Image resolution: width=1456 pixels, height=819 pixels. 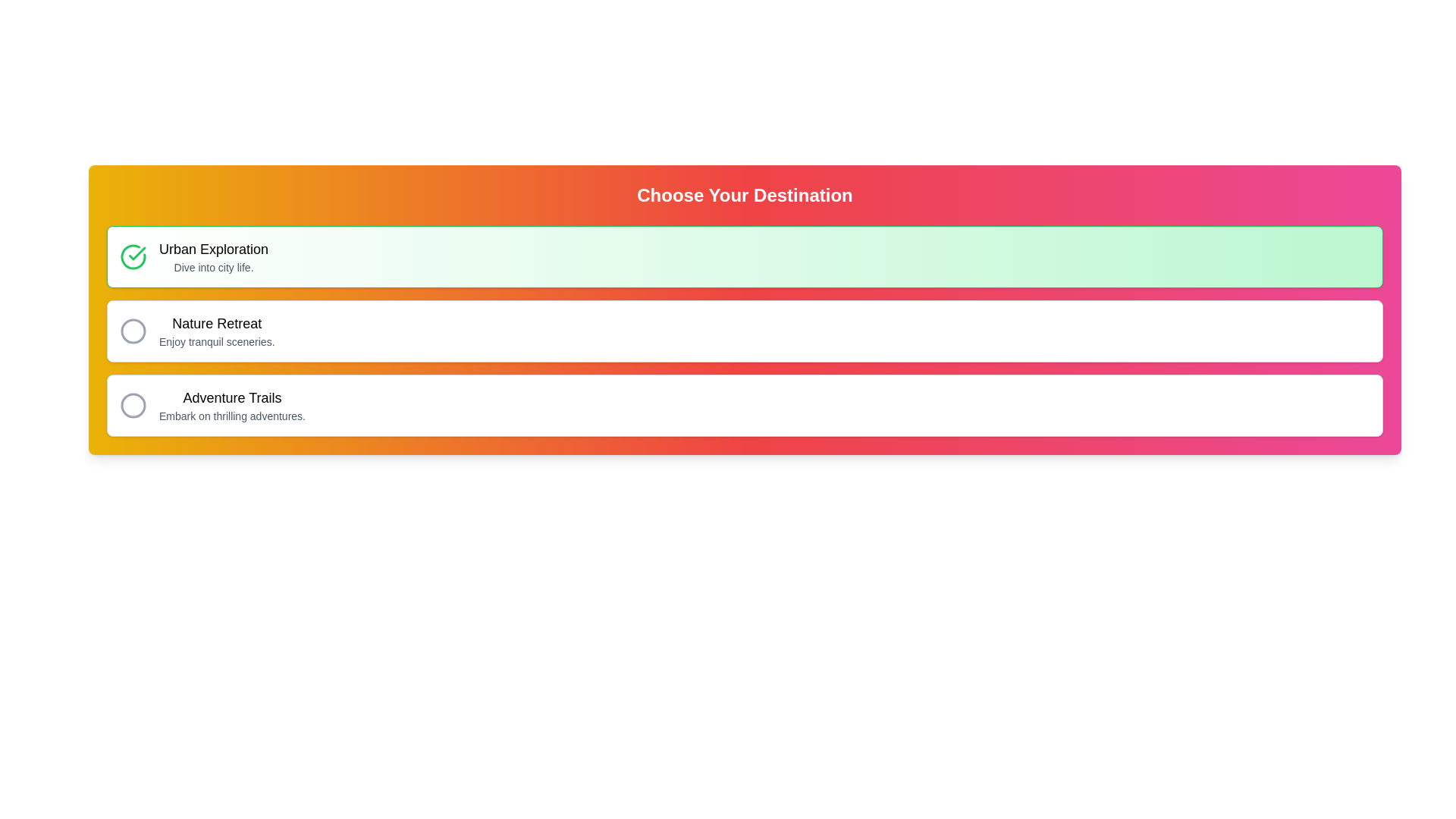 I want to click on text label displaying 'Dive into city life.' positioned directly below 'Urban Exploration.', so click(x=213, y=267).